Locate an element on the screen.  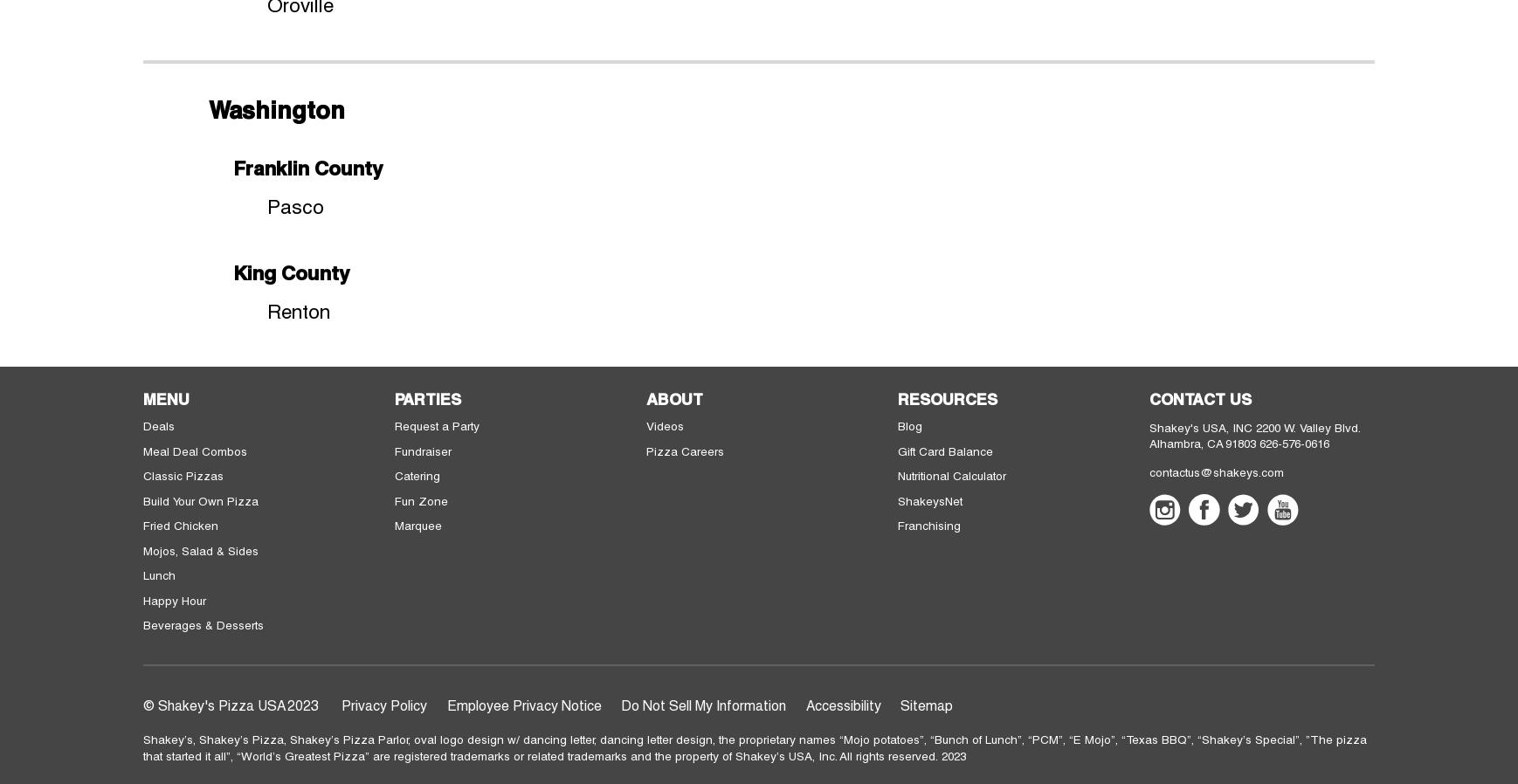
',' is located at coordinates (926, 739).